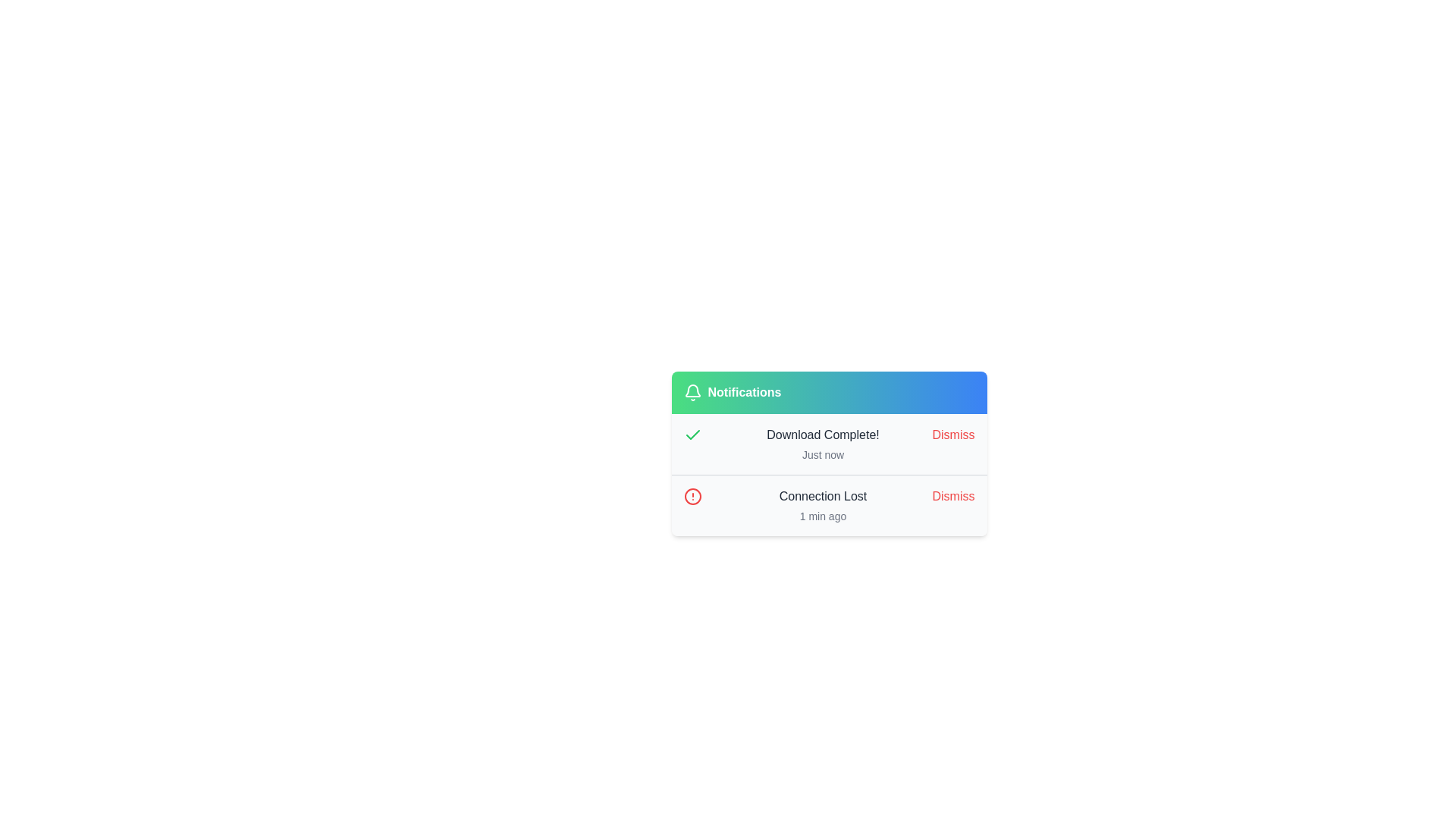  What do you see at coordinates (692, 435) in the screenshot?
I see `the green checkmark icon located at the top-left corner of the notification card, aligned with the 'Download Complete!' message` at bounding box center [692, 435].